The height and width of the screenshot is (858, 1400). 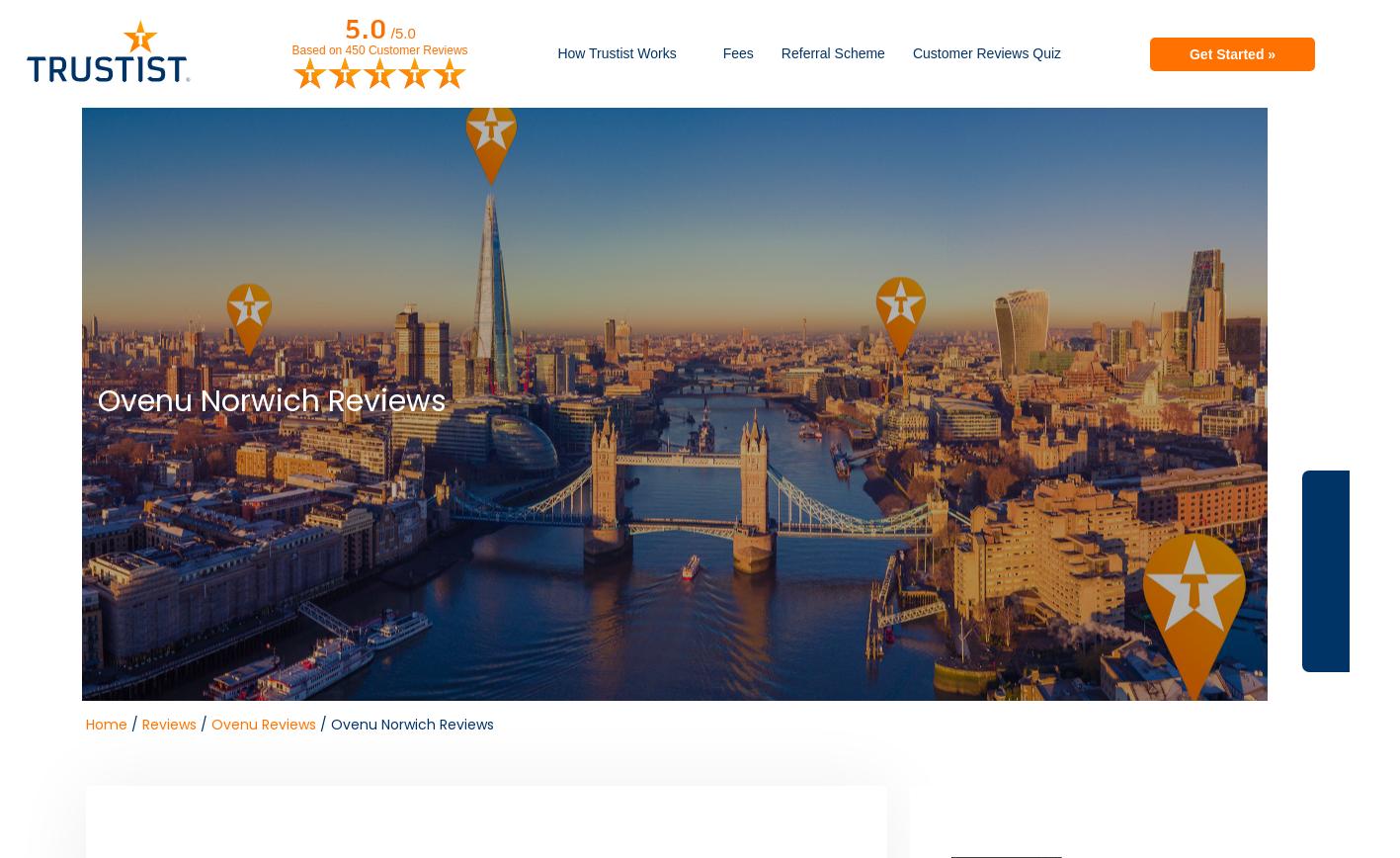 I want to click on '/5.0', so click(x=402, y=32).